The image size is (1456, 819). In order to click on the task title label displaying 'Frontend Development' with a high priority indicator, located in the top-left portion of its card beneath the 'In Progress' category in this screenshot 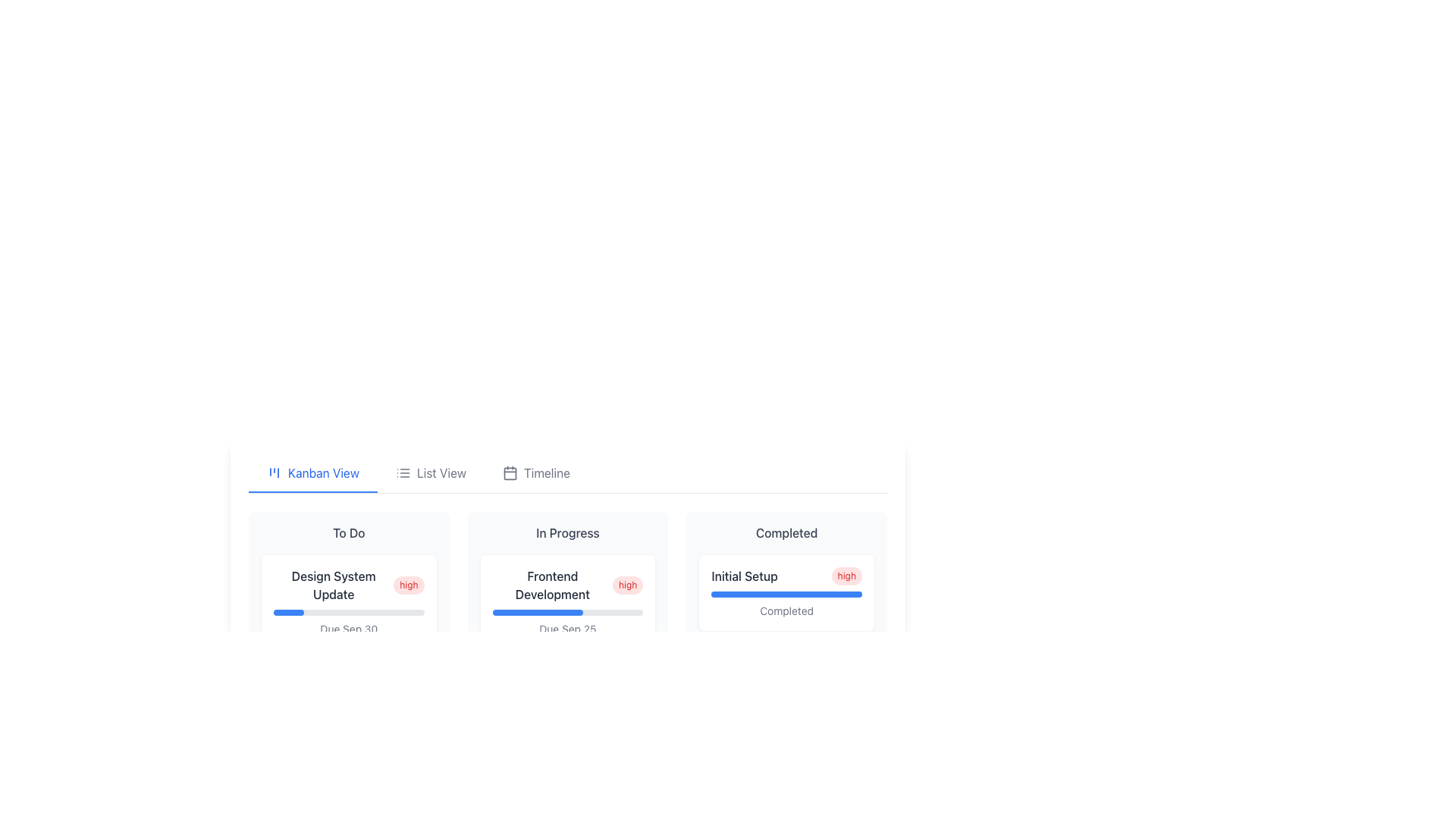, I will do `click(566, 584)`.